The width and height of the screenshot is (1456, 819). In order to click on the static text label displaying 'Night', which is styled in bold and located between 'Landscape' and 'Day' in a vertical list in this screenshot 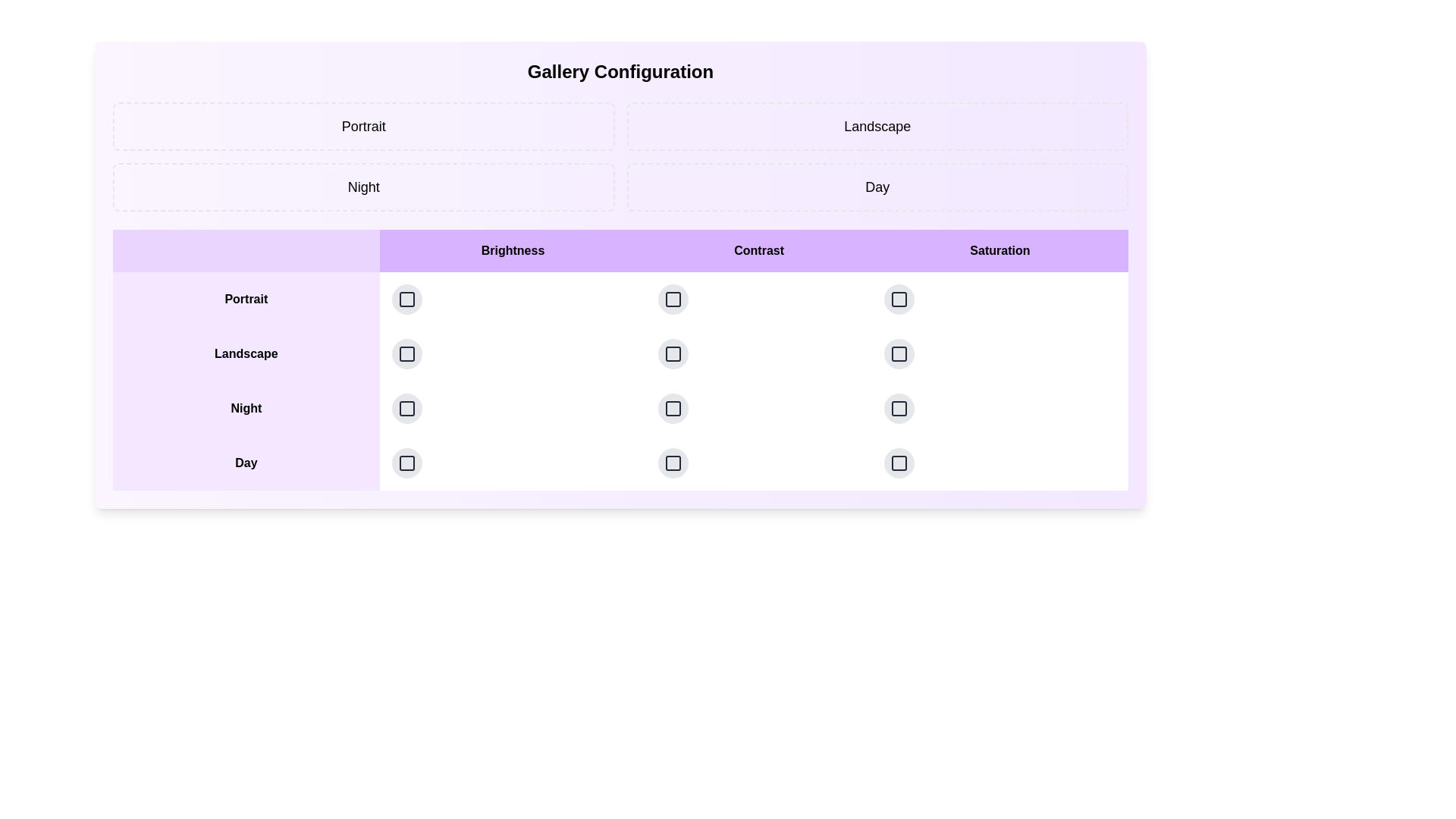, I will do `click(246, 408)`.